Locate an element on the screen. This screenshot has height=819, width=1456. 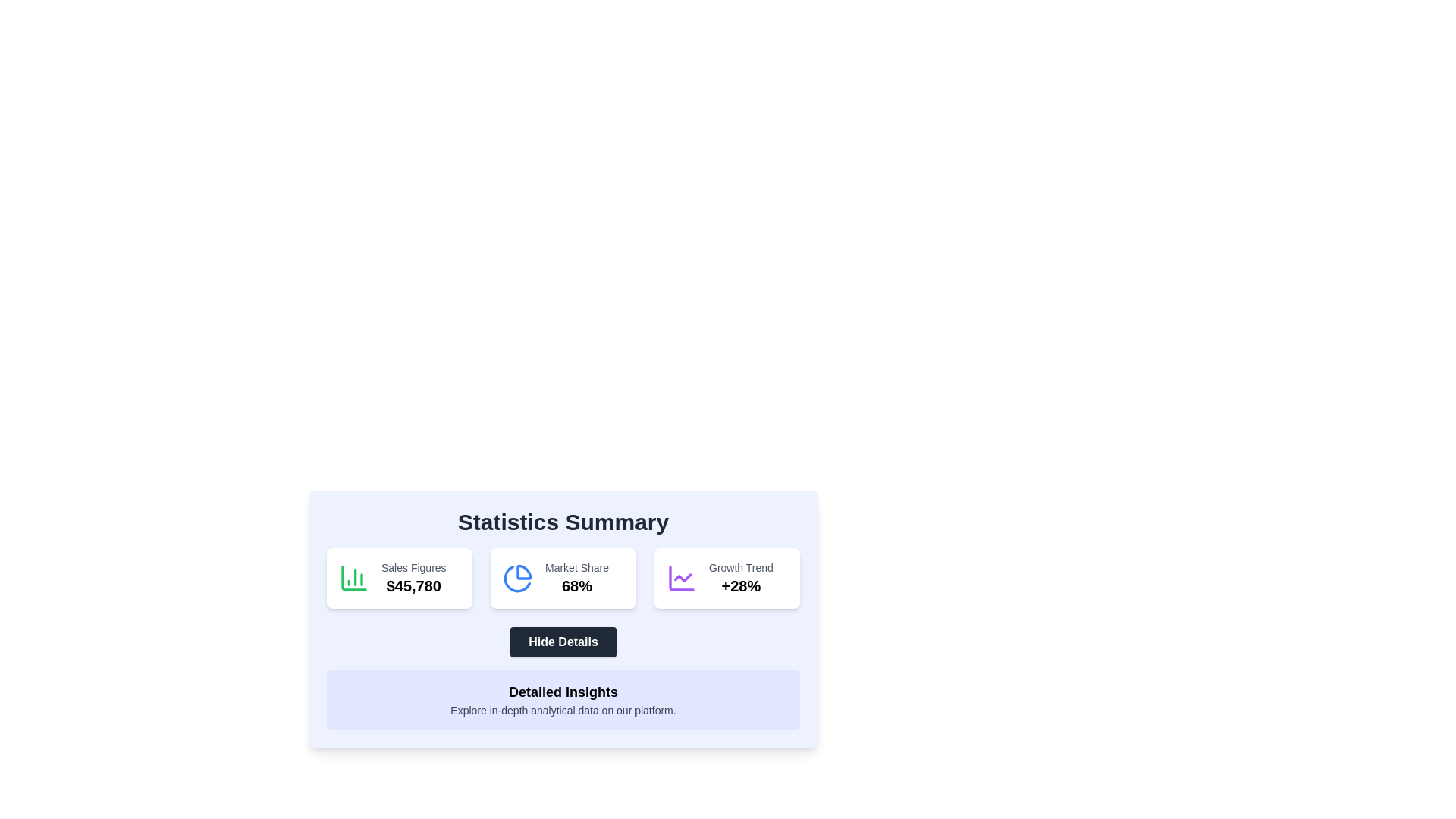
the rightmost vector graphic element within the SVG that visually represents a growth trend statistic, located in the 'Statistics Summary' section is located at coordinates (682, 578).